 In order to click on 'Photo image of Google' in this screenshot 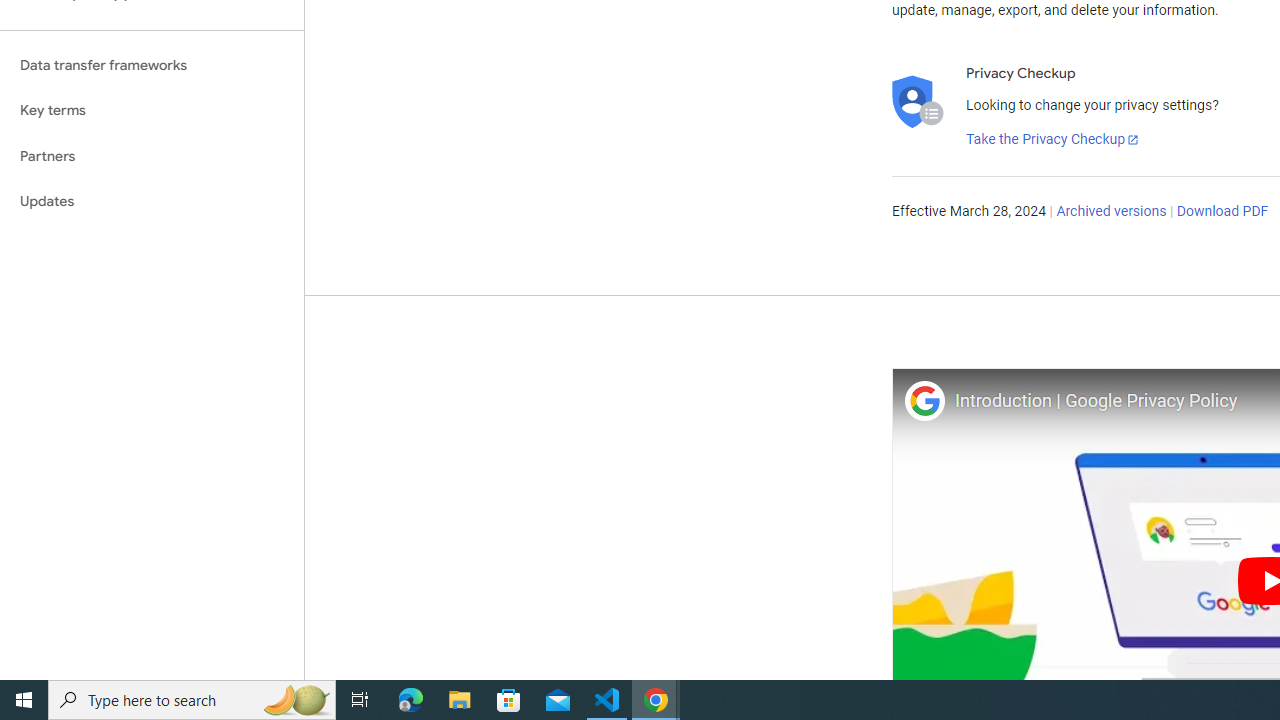, I will do `click(923, 400)`.